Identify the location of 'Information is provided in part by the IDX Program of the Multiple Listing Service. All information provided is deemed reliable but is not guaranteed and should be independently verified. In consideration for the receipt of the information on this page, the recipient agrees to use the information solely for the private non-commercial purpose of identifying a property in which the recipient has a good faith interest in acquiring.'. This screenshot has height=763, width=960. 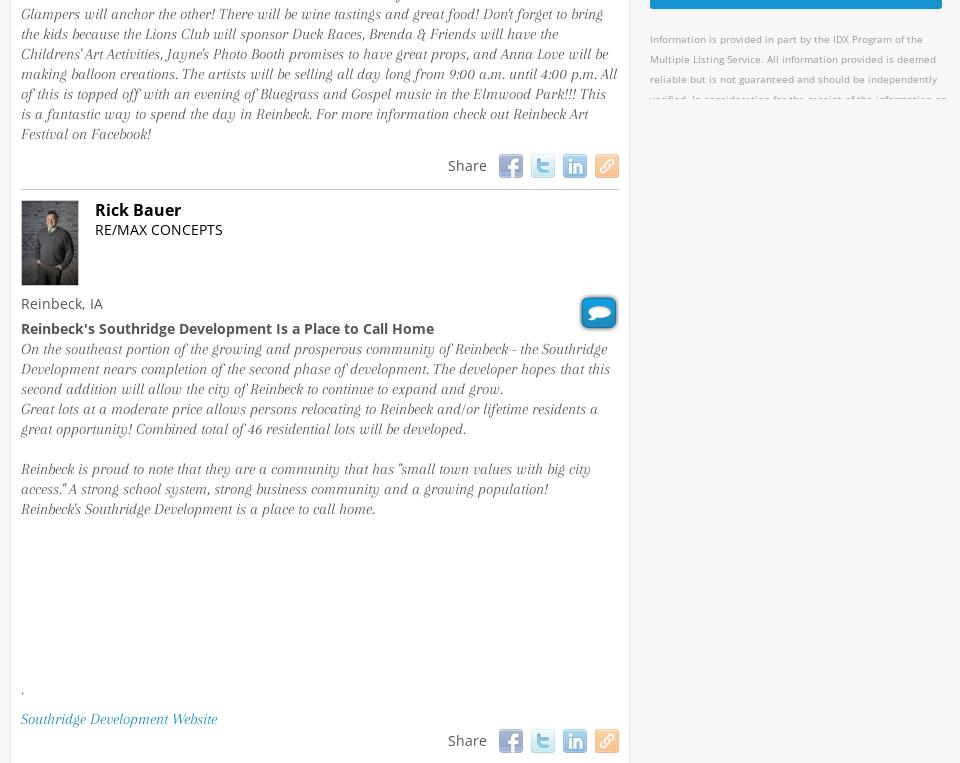
(798, 109).